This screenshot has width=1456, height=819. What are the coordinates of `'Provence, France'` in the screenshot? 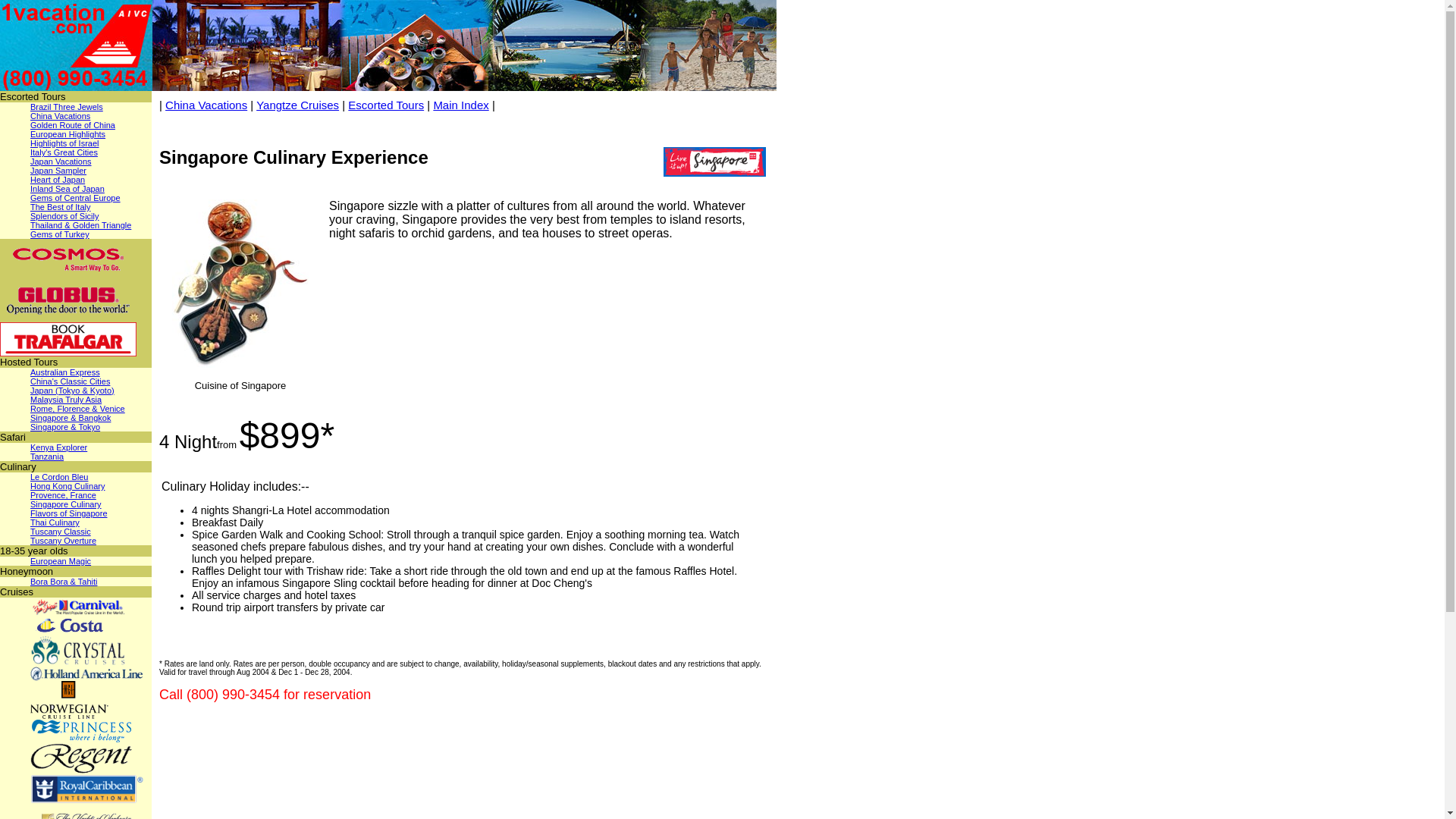 It's located at (62, 494).